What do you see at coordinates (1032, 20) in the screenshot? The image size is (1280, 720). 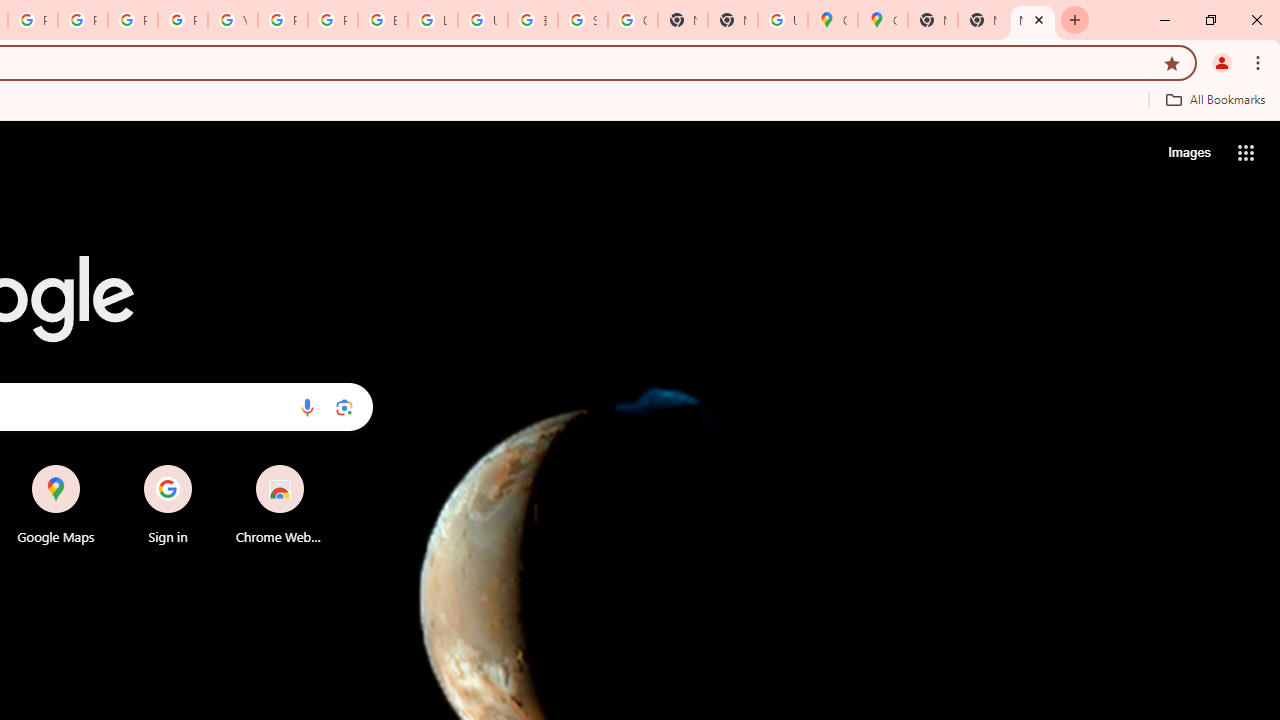 I see `'New Tab'` at bounding box center [1032, 20].